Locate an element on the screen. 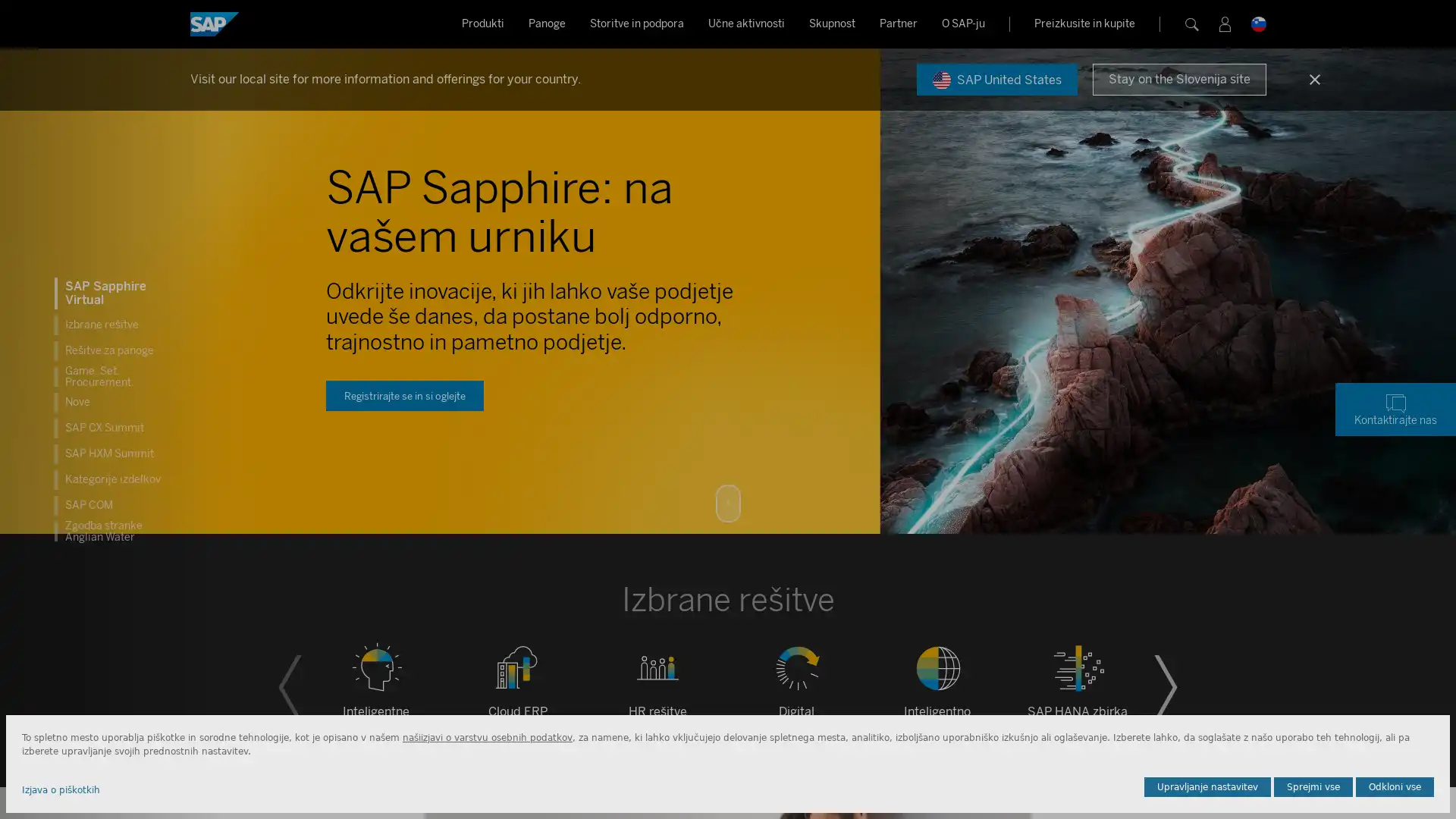 This screenshot has width=1456, height=819. Odkloni vse is located at coordinates (1395, 786).